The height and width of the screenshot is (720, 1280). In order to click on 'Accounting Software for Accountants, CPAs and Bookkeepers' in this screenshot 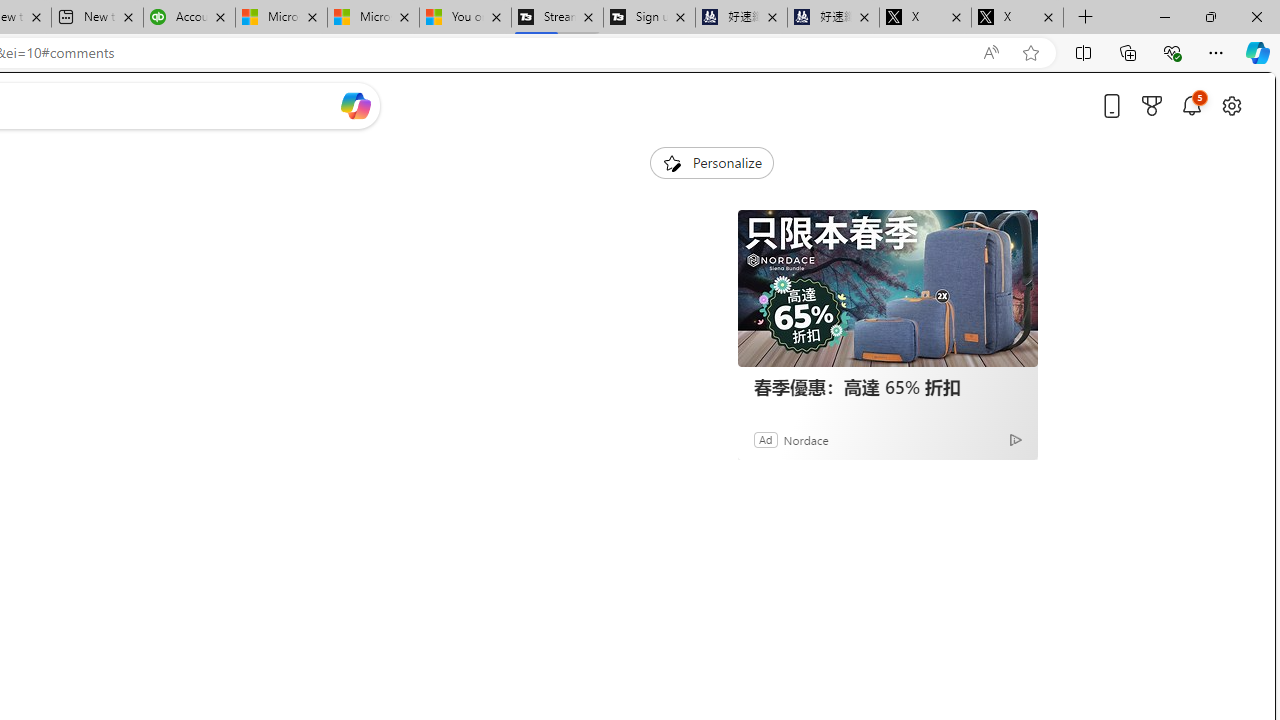, I will do `click(189, 17)`.